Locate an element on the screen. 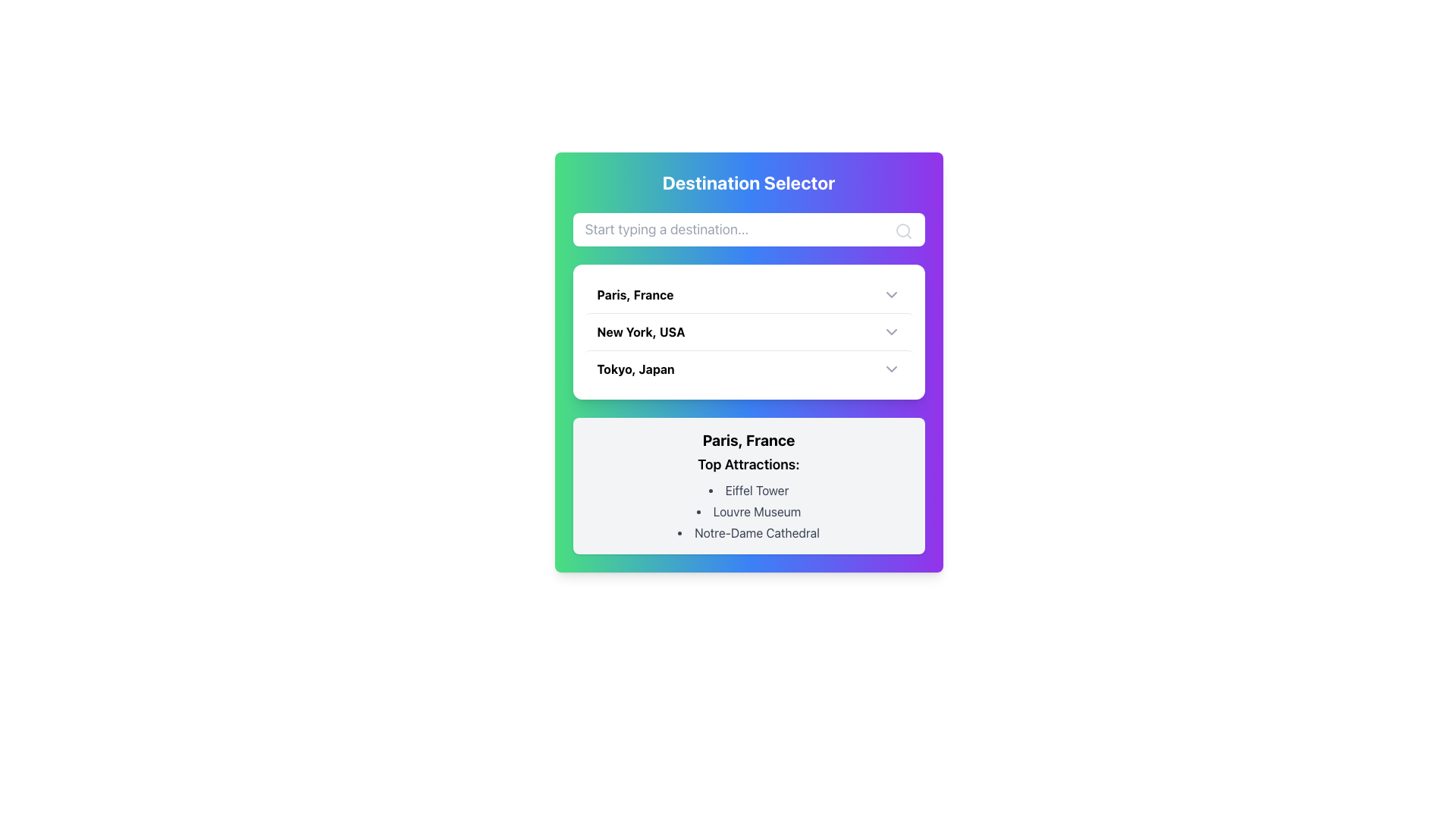  the text element that reads 'New York, USA' in the Destination Selector dropdown is located at coordinates (641, 331).